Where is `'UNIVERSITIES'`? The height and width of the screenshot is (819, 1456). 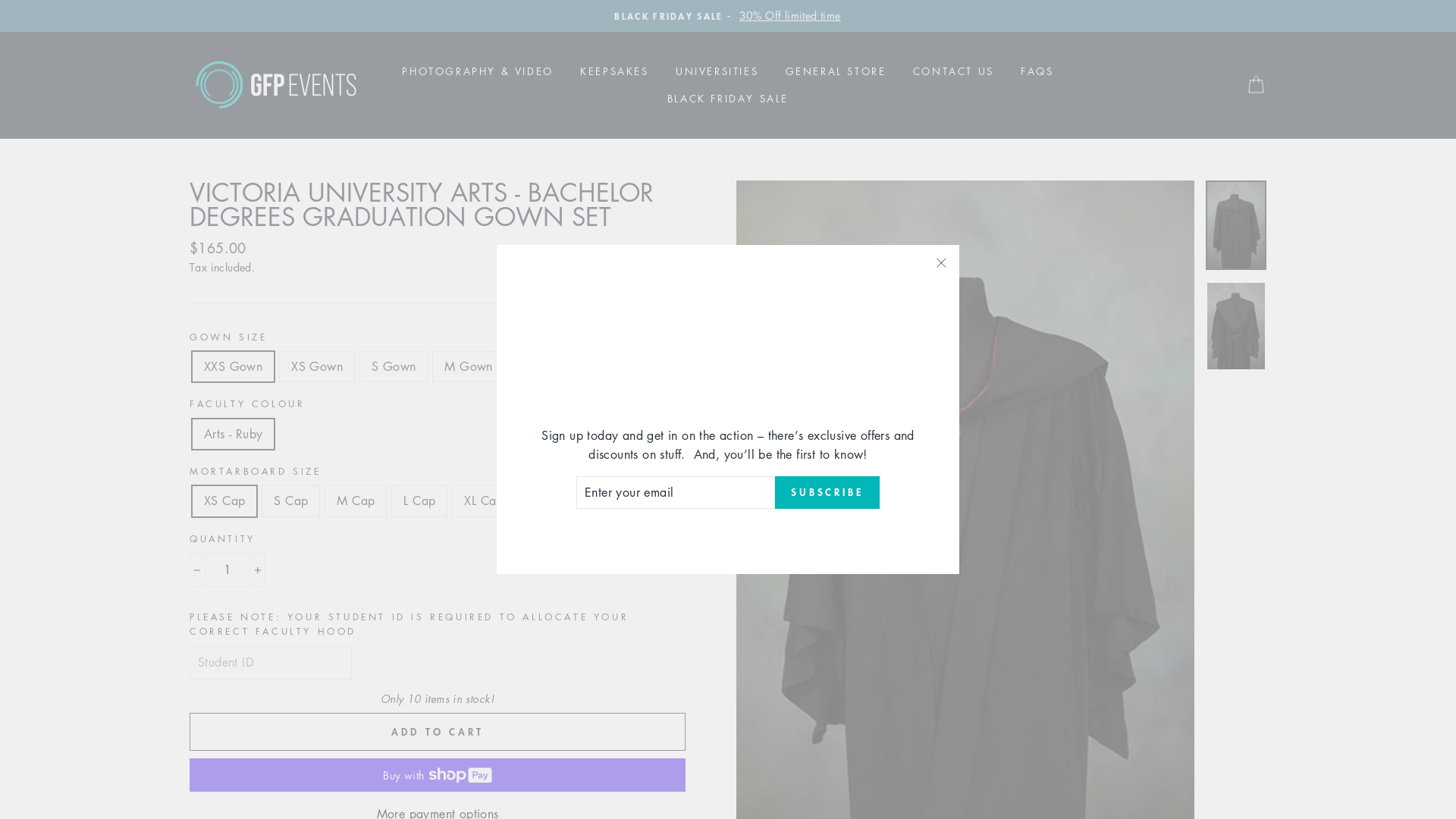
'UNIVERSITIES' is located at coordinates (664, 71).